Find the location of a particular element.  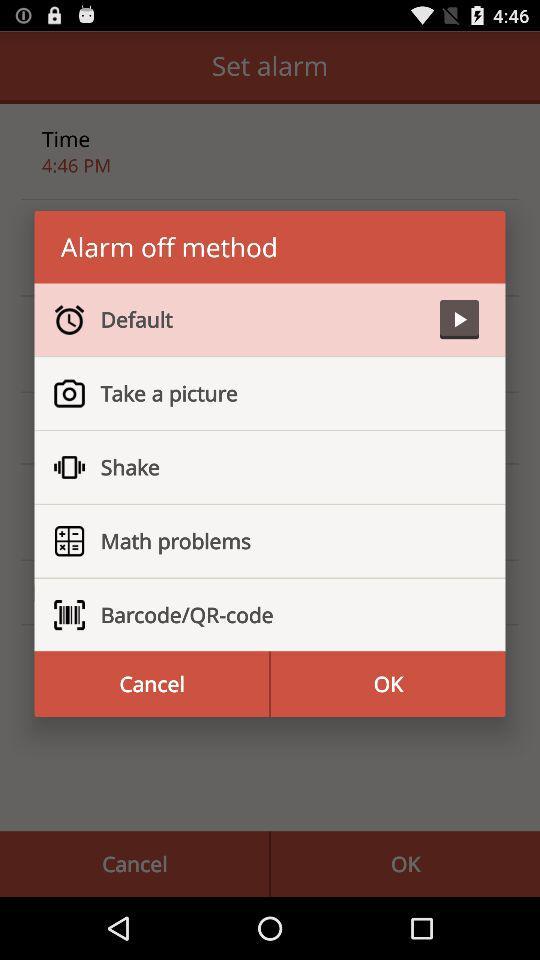

the item below the alarm off method is located at coordinates (262, 319).